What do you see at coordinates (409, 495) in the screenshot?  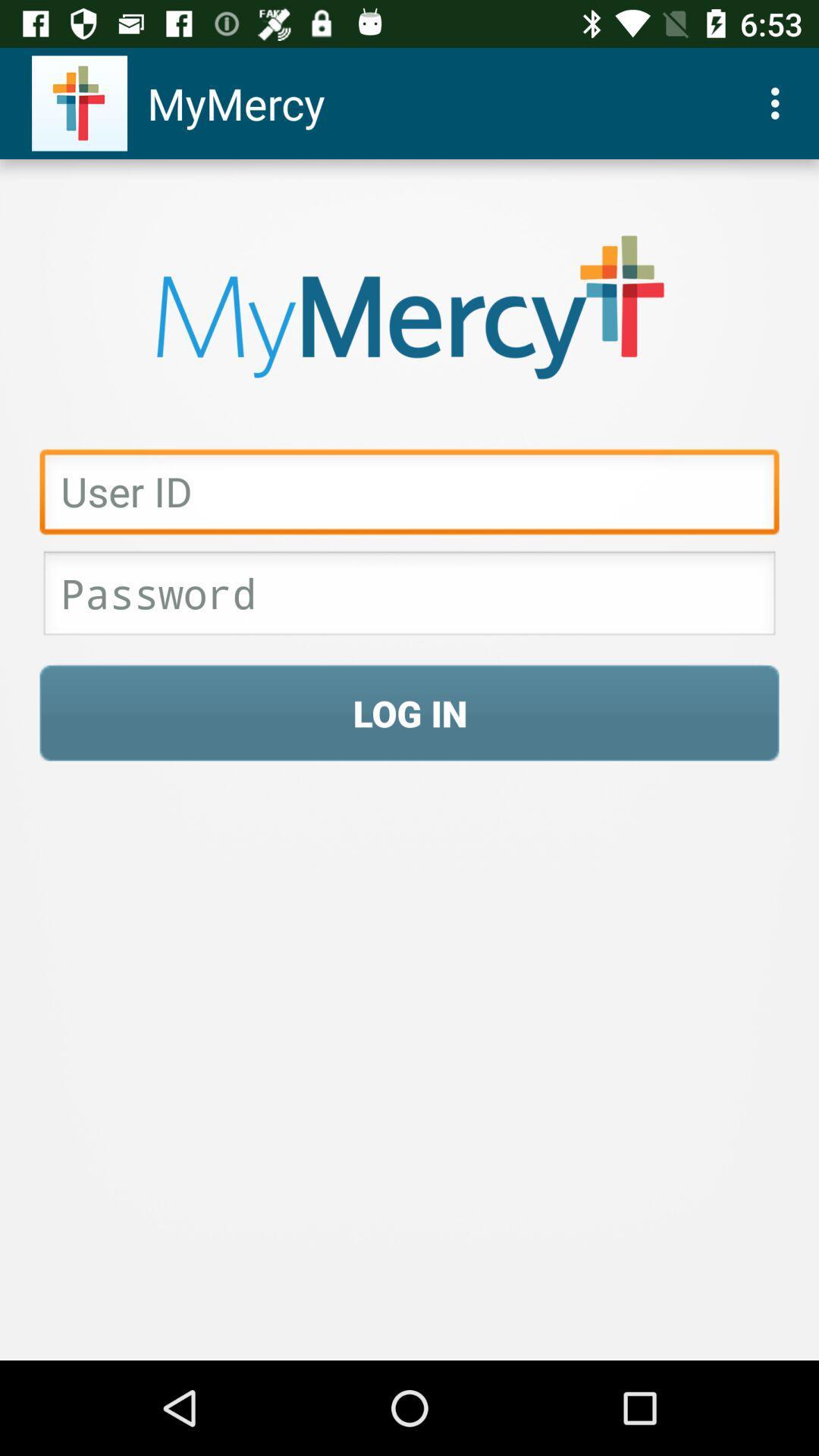 I see `put the id` at bounding box center [409, 495].